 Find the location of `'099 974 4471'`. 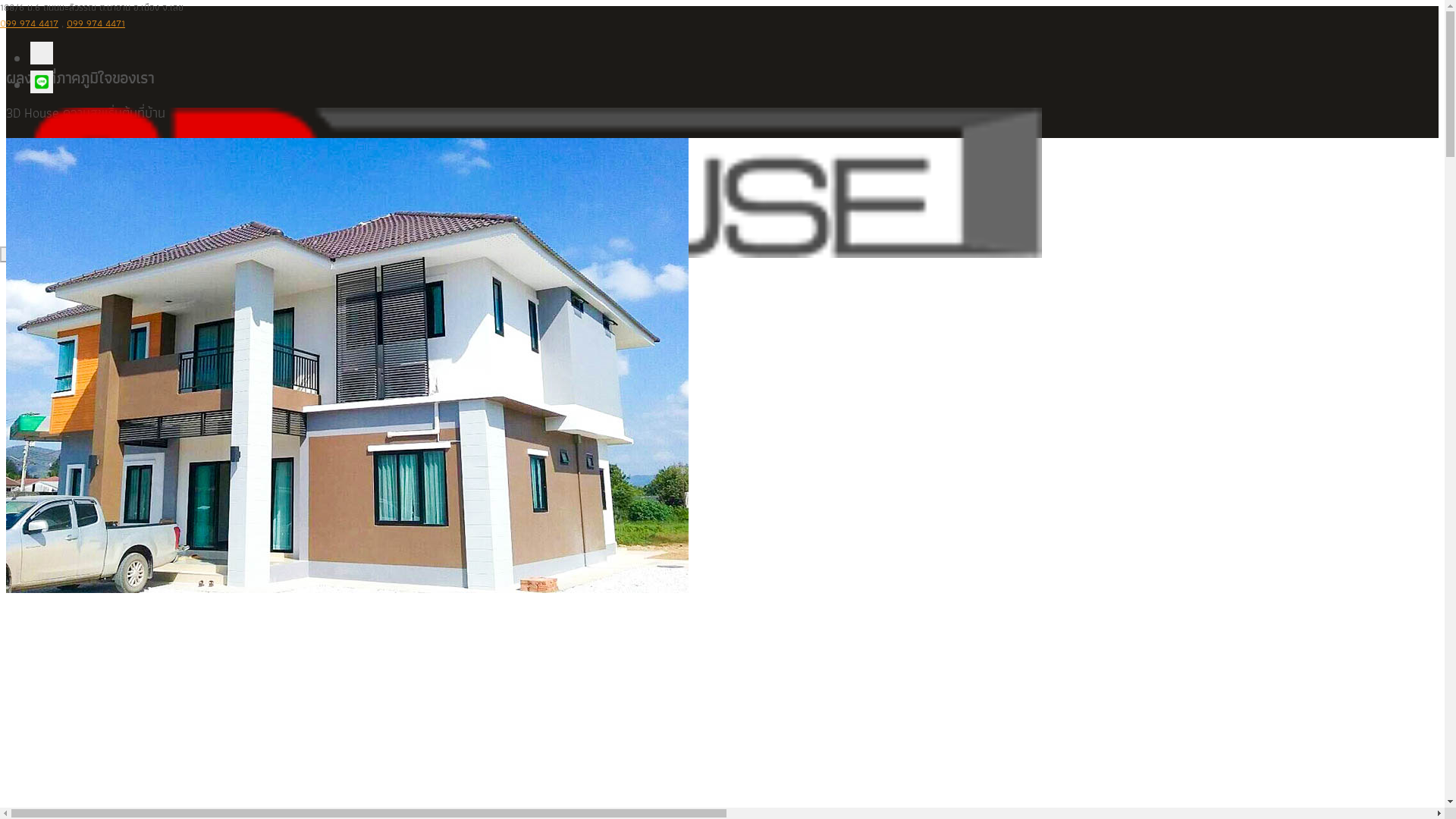

'099 974 4471' is located at coordinates (65, 23).